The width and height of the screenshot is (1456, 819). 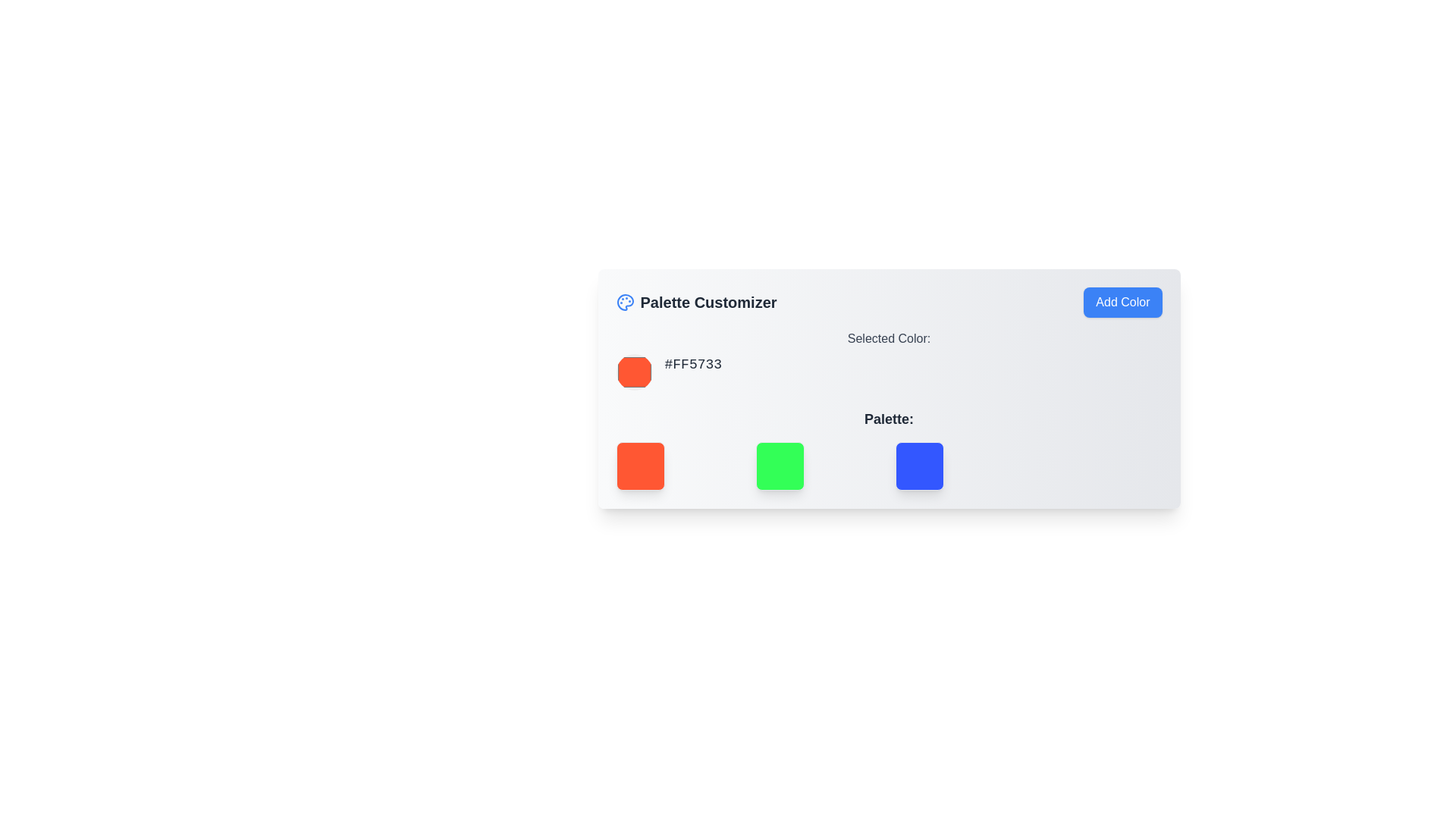 What do you see at coordinates (640, 465) in the screenshot?
I see `the leftmost color selection block, which is a square-shaped button with a red background and slightly rounded corners` at bounding box center [640, 465].